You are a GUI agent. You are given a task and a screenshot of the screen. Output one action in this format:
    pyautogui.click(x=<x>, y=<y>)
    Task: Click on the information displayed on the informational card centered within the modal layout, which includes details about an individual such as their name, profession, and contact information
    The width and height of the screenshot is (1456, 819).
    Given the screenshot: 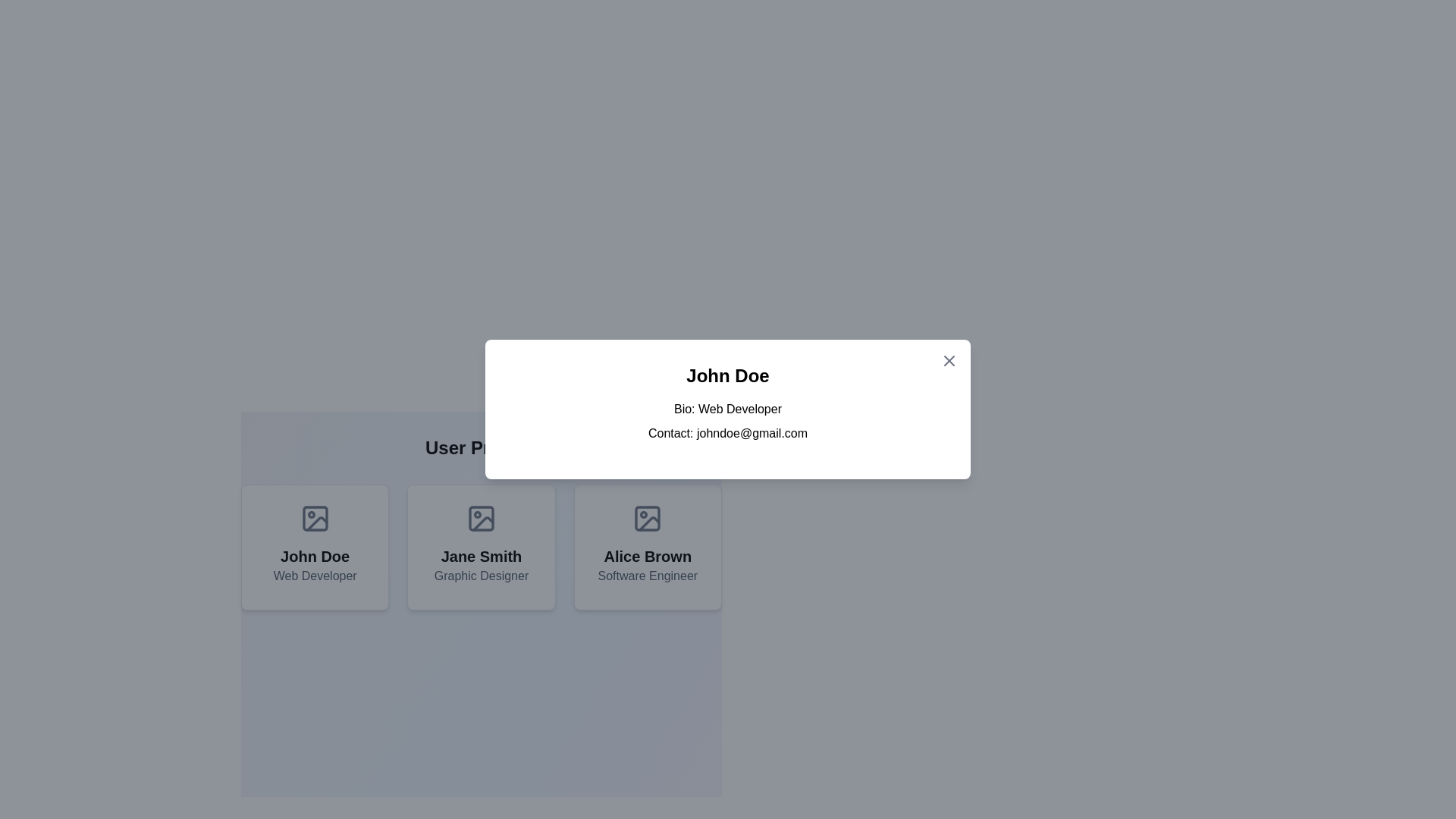 What is the action you would take?
    pyautogui.click(x=728, y=409)
    